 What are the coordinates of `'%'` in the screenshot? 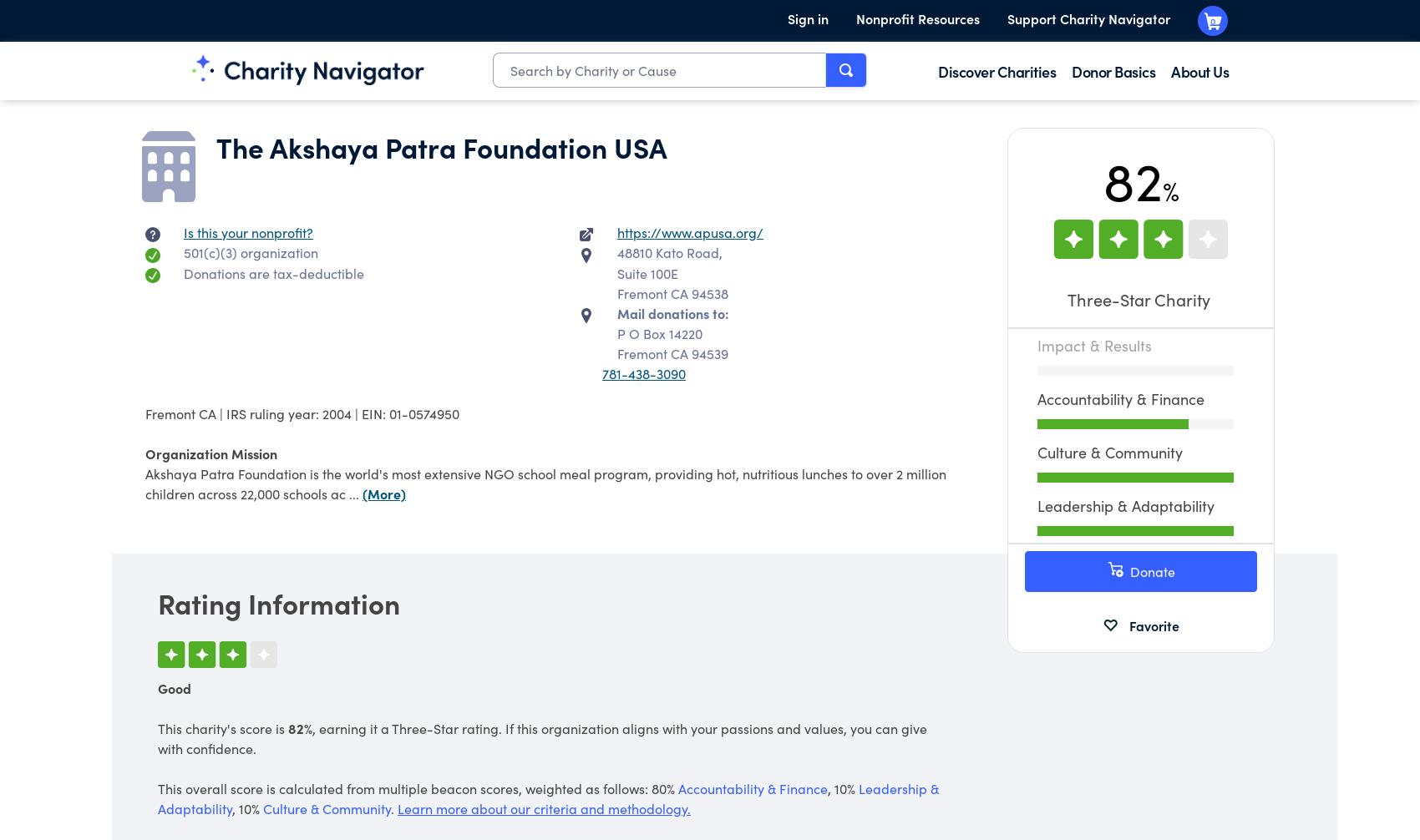 It's located at (1160, 190).